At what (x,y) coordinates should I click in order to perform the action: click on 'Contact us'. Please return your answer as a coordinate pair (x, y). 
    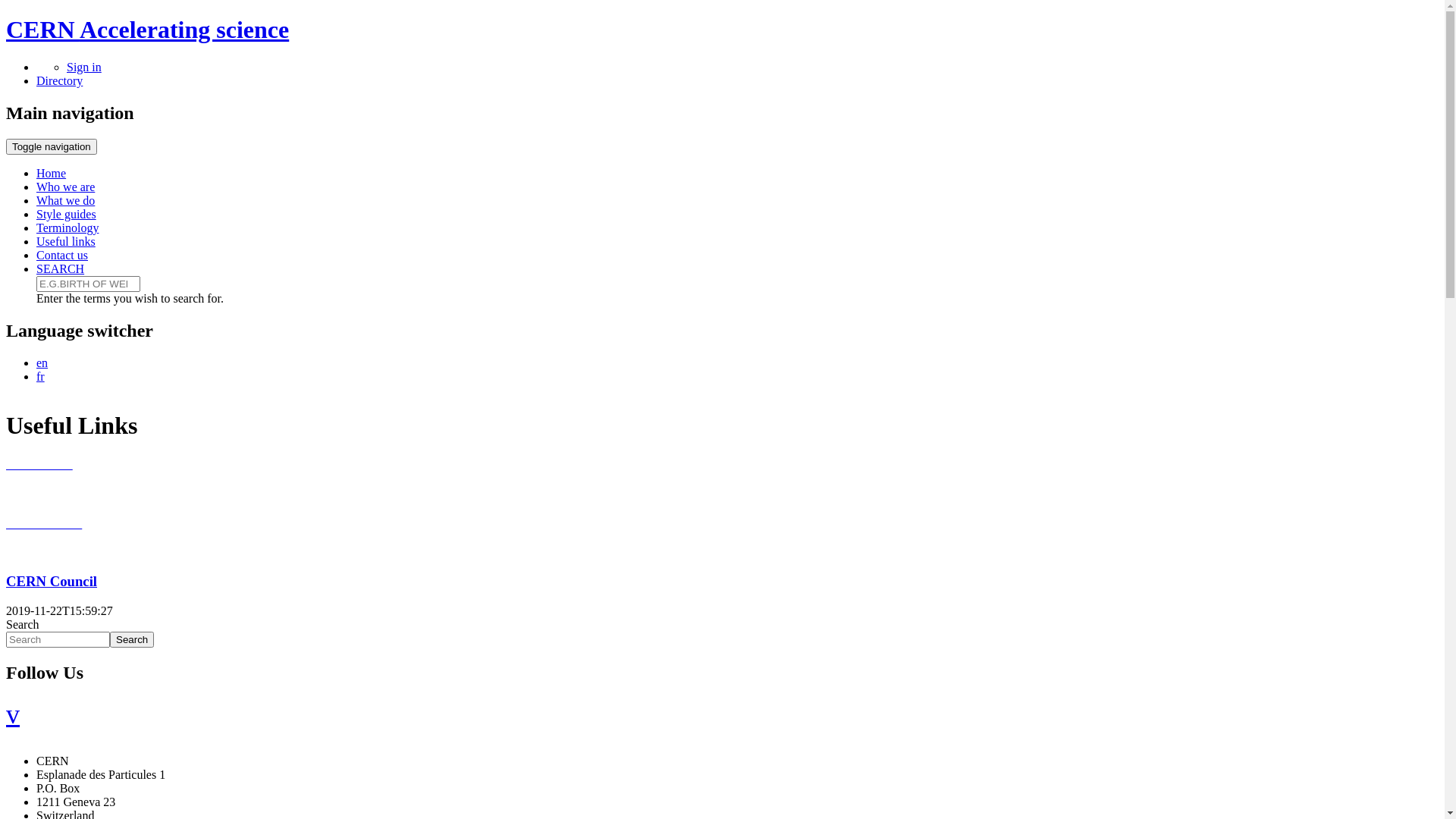
    Looking at the image, I should click on (61, 254).